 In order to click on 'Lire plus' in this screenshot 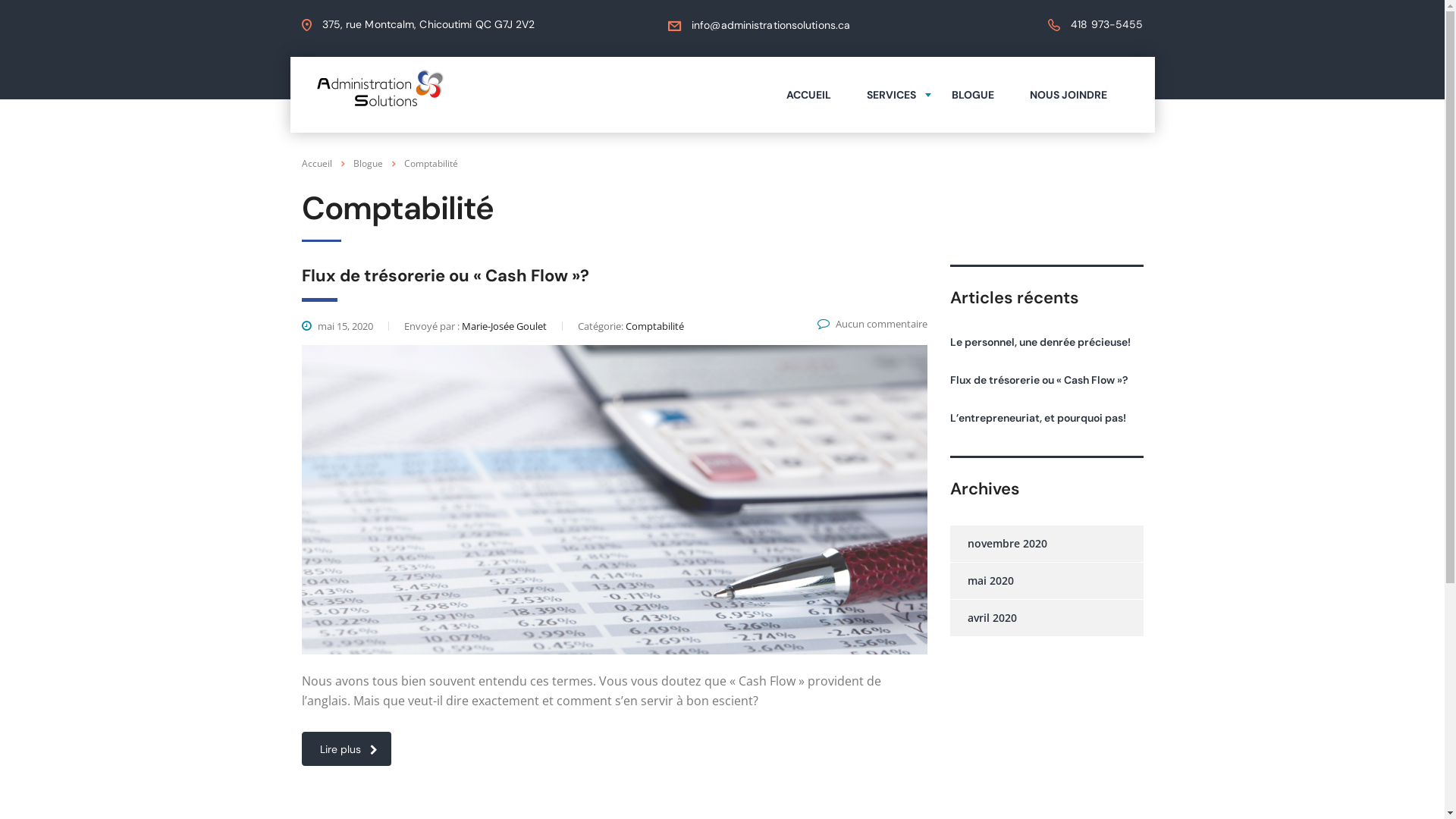, I will do `click(345, 748)`.